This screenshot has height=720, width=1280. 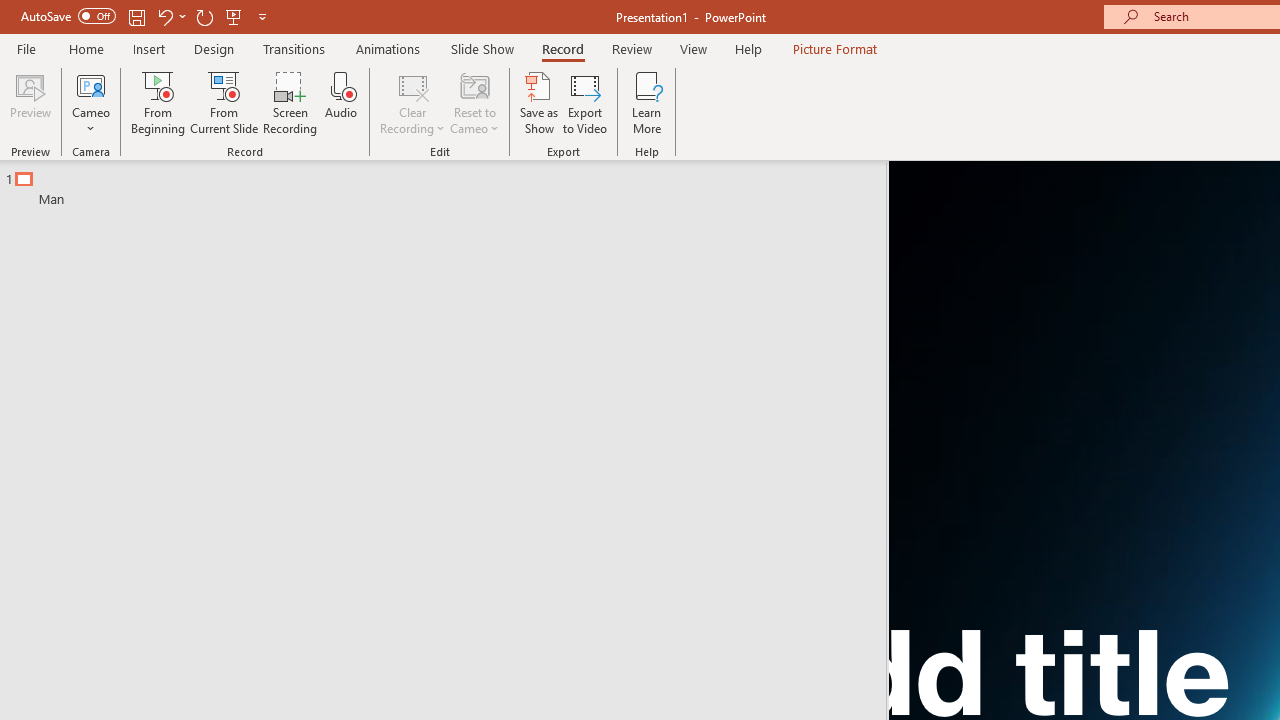 What do you see at coordinates (835, 48) in the screenshot?
I see `'Picture Format'` at bounding box center [835, 48].